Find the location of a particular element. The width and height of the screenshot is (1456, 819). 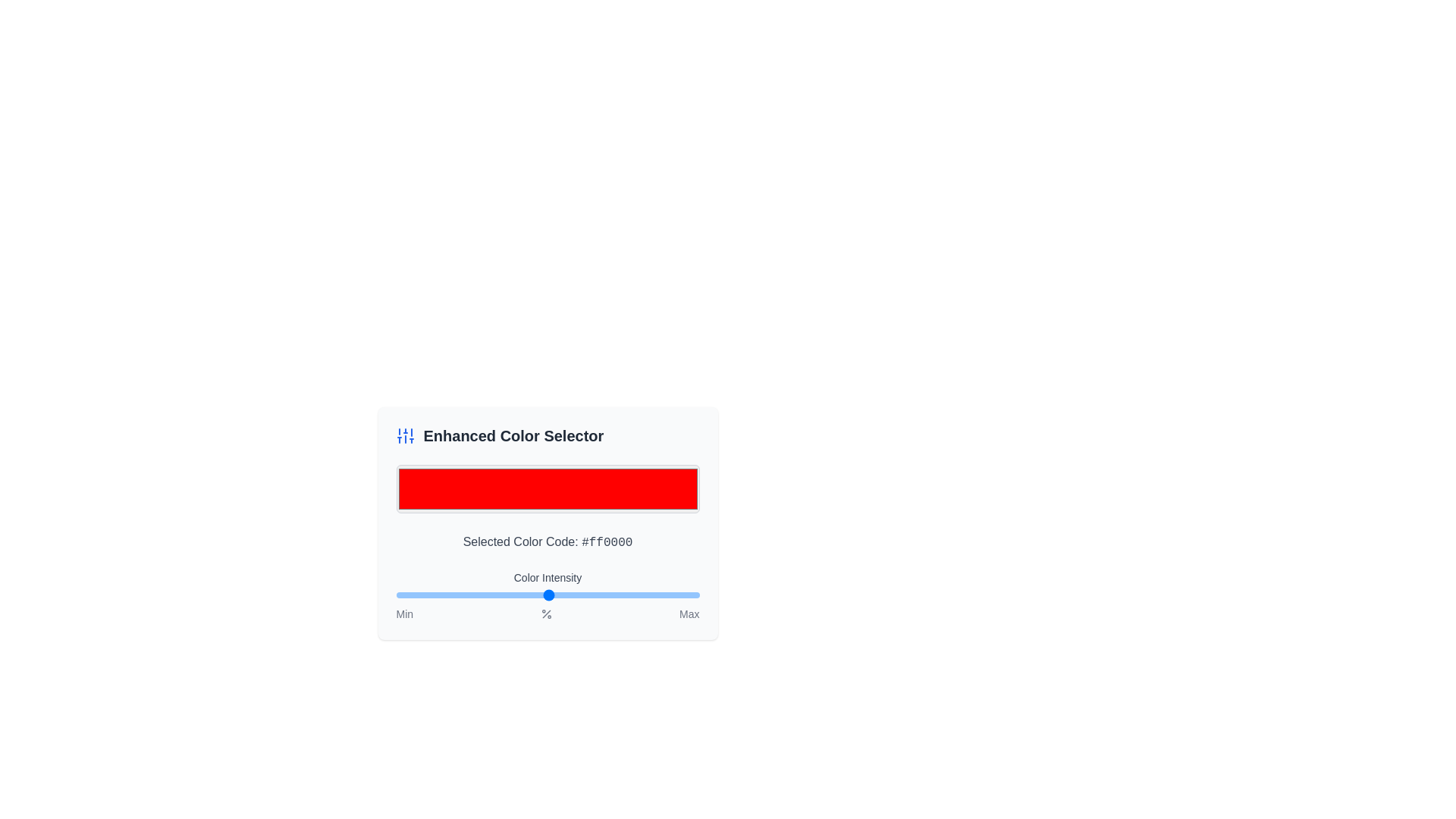

the vibrant red rectangular color display field located below the 'Enhanced Color Selector' label is located at coordinates (547, 489).